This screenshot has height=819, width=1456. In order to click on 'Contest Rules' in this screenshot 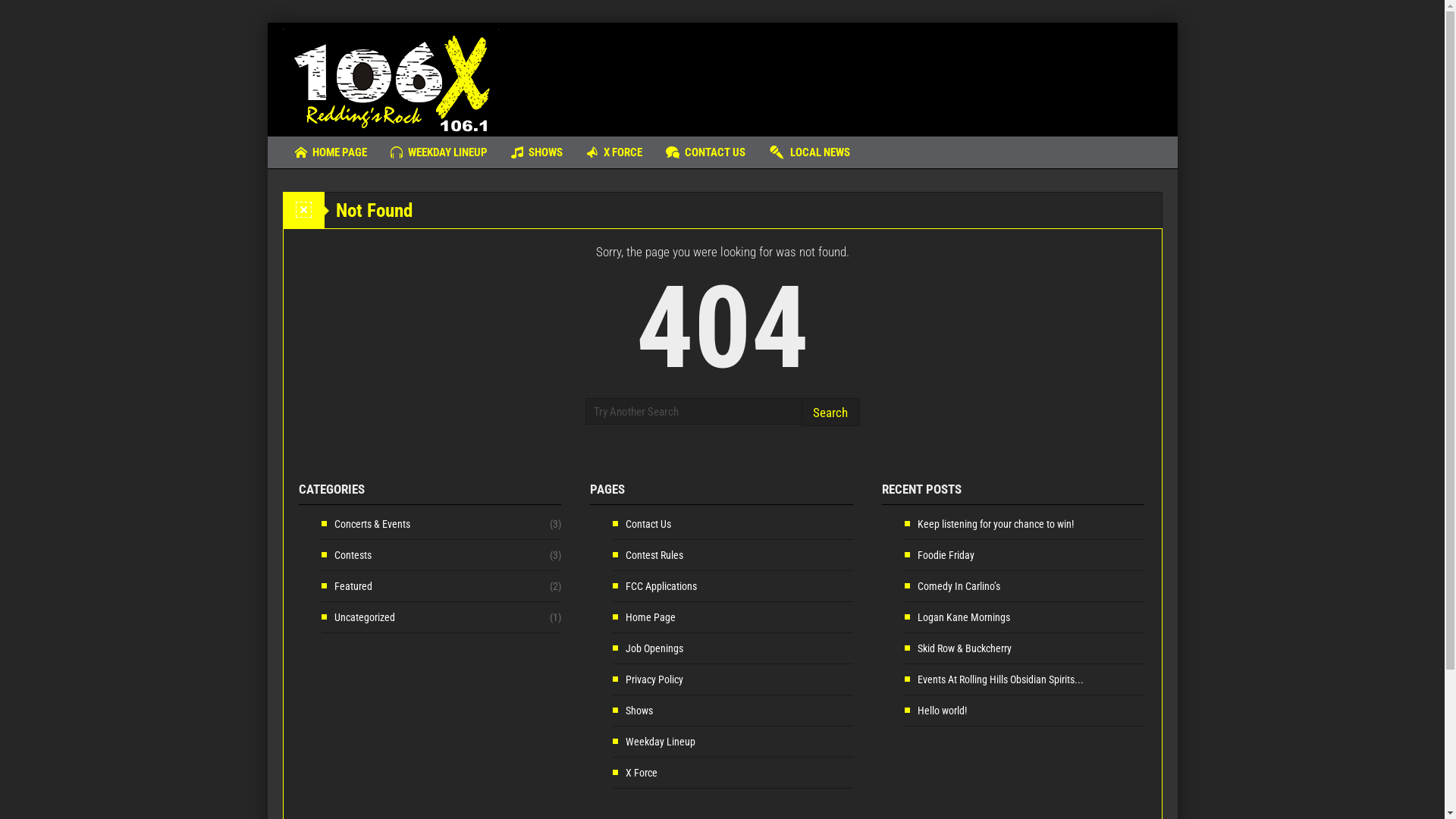, I will do `click(648, 555)`.